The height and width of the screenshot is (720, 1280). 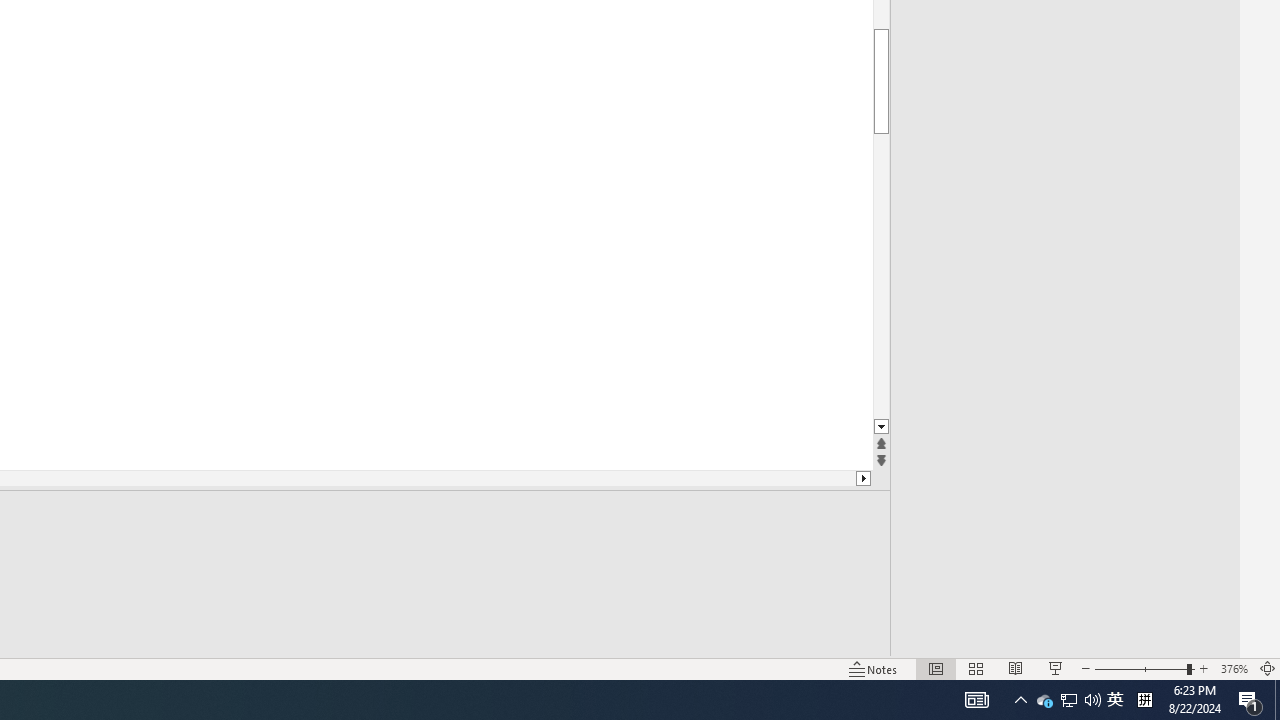 I want to click on 'Line down', so click(x=880, y=426).